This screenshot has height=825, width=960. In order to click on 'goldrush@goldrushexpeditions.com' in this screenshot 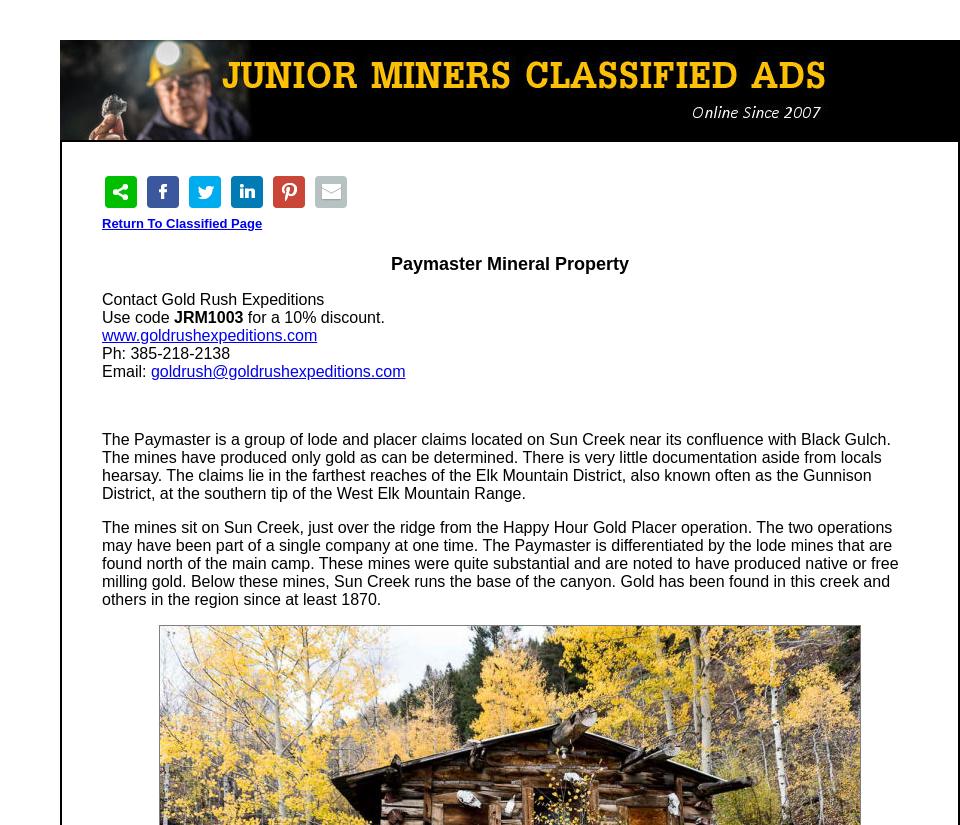, I will do `click(276, 371)`.